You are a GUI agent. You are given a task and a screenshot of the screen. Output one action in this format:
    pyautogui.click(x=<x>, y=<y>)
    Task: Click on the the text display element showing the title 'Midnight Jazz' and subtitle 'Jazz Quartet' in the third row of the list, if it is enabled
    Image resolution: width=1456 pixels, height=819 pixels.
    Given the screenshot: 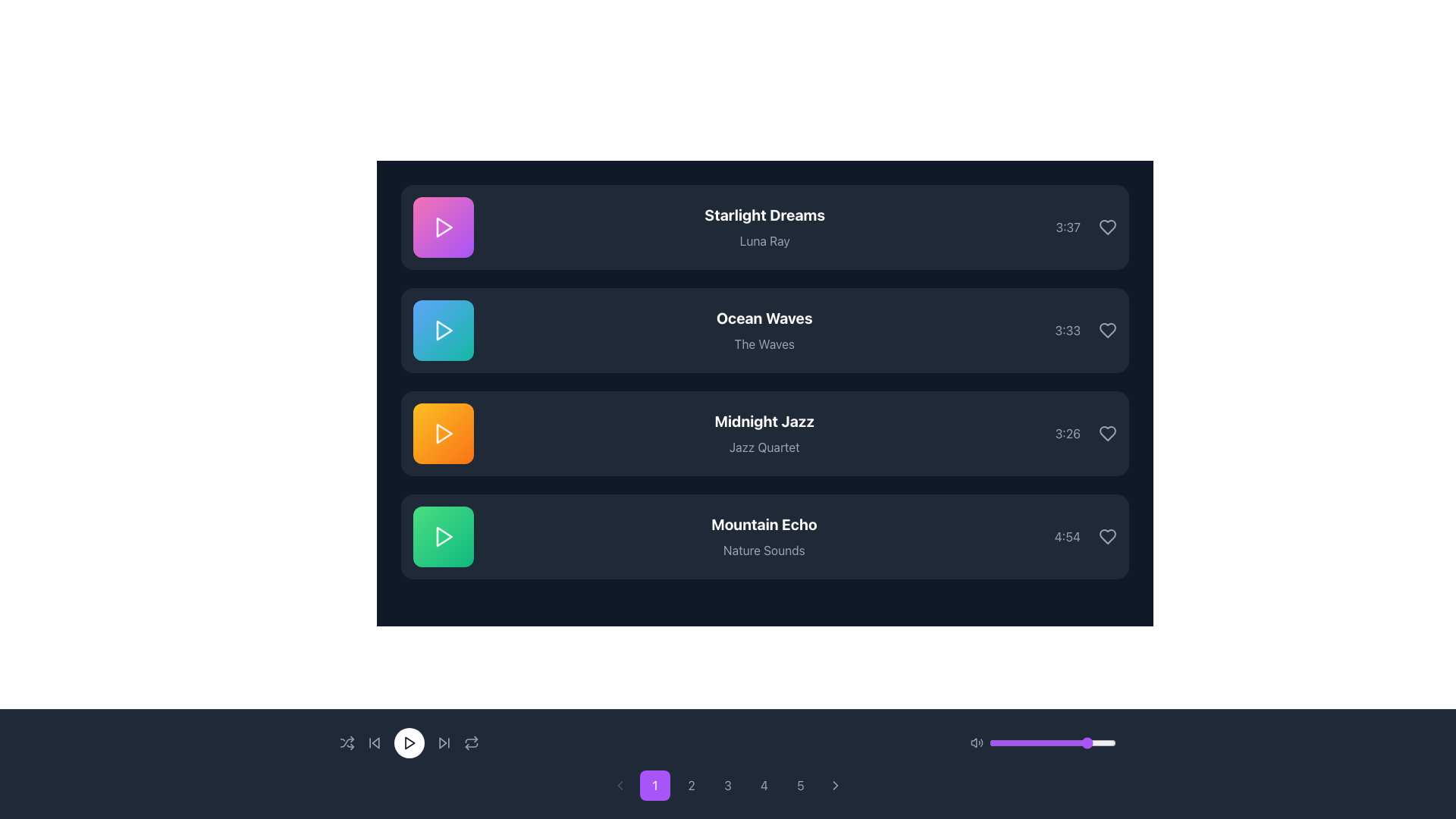 What is the action you would take?
    pyautogui.click(x=764, y=433)
    